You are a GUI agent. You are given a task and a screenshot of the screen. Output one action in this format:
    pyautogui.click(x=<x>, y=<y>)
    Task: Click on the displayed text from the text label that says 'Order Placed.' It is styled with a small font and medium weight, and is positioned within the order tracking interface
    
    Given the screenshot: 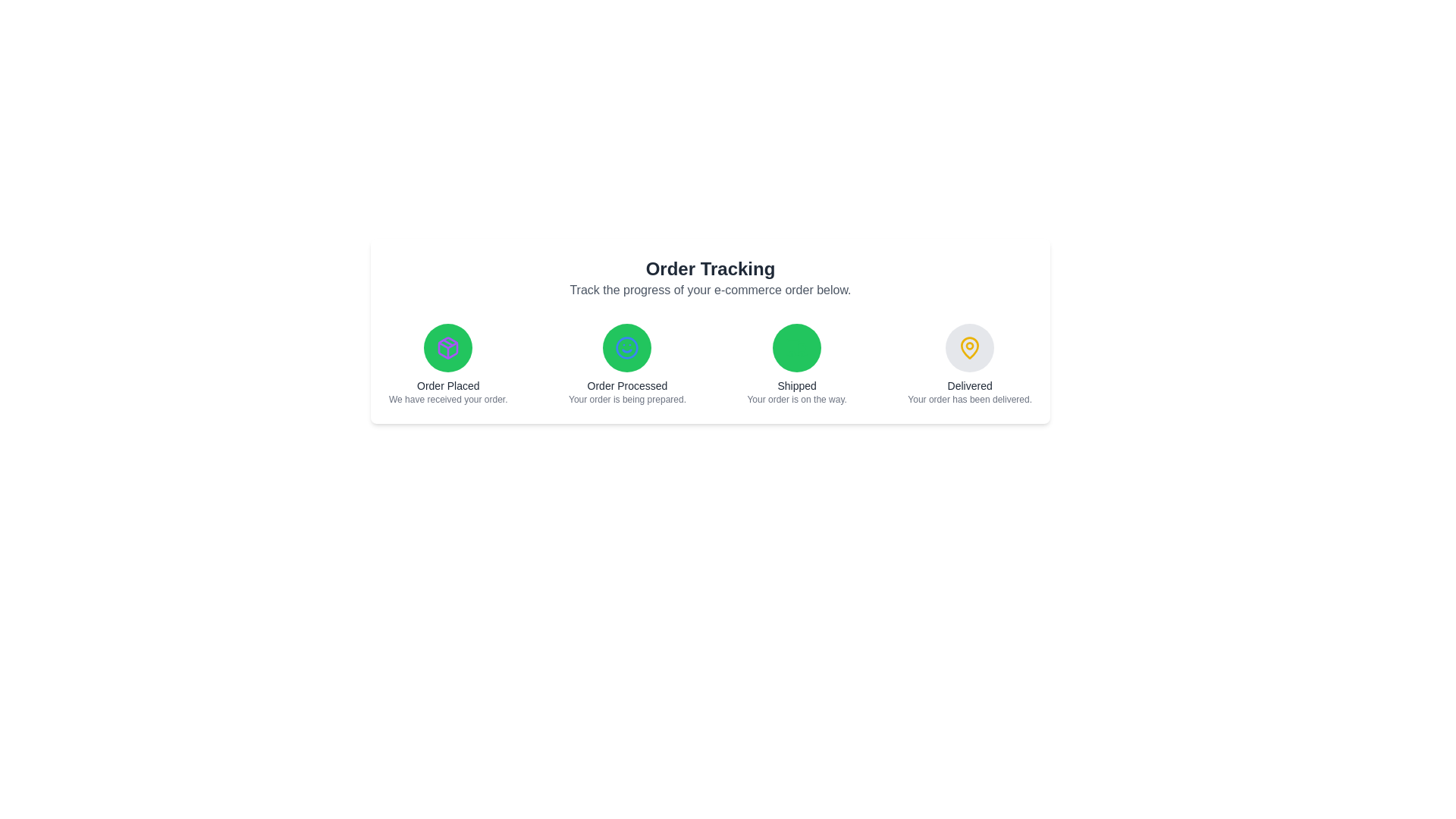 What is the action you would take?
    pyautogui.click(x=447, y=385)
    